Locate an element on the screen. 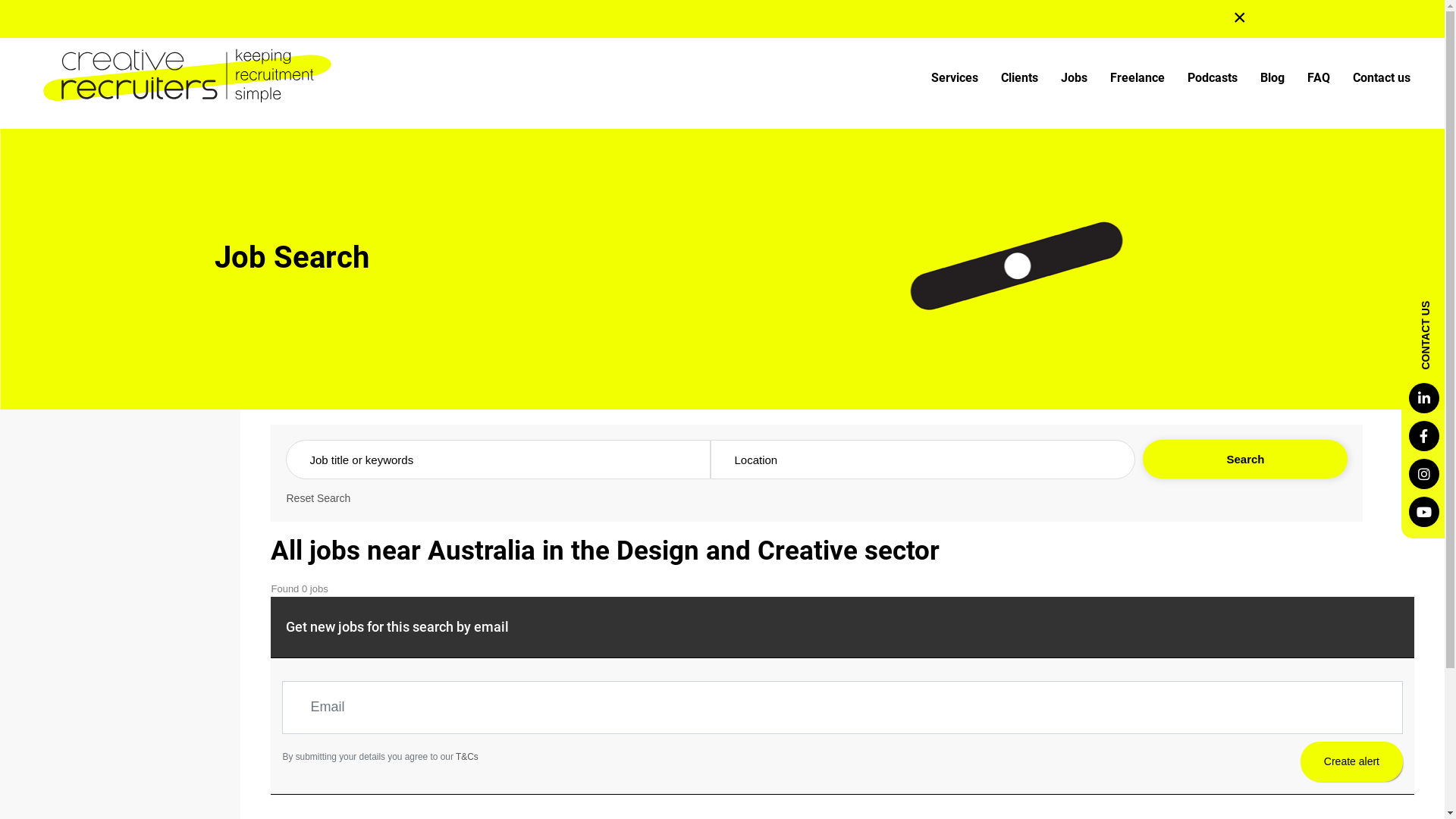 This screenshot has width=1456, height=819. 'T&Cs' is located at coordinates (465, 755).